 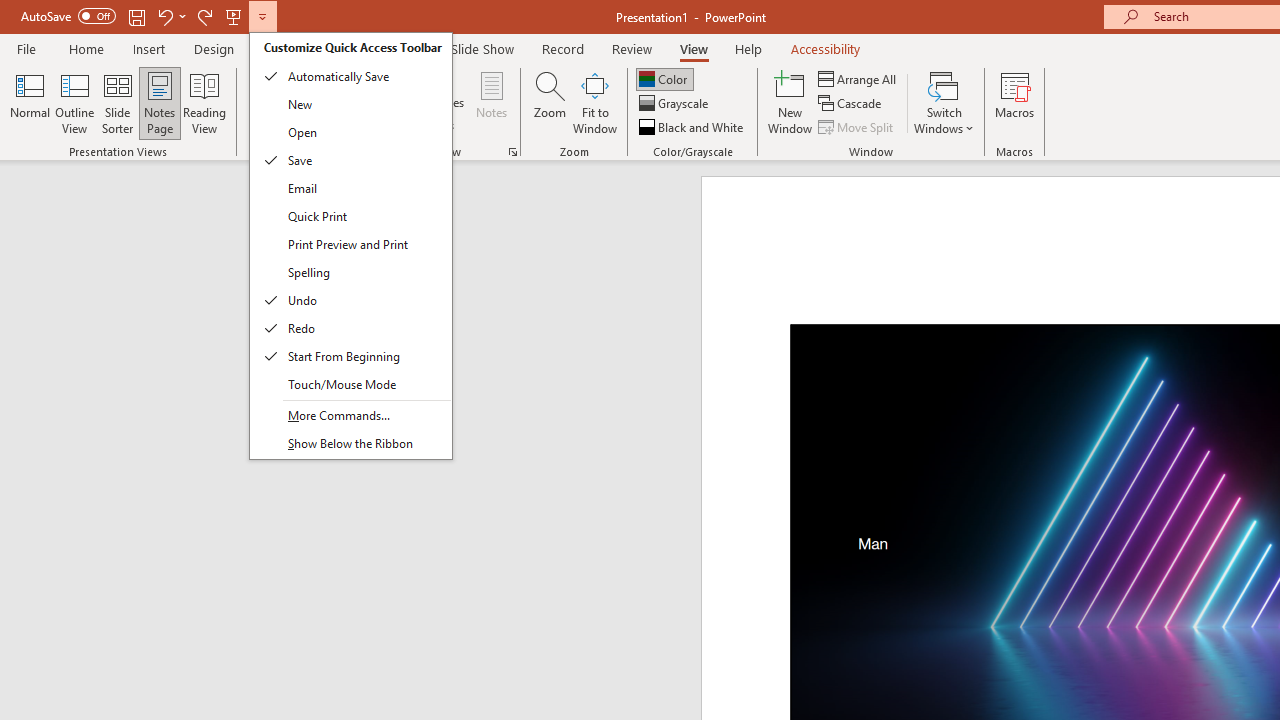 What do you see at coordinates (857, 127) in the screenshot?
I see `'Move Split'` at bounding box center [857, 127].